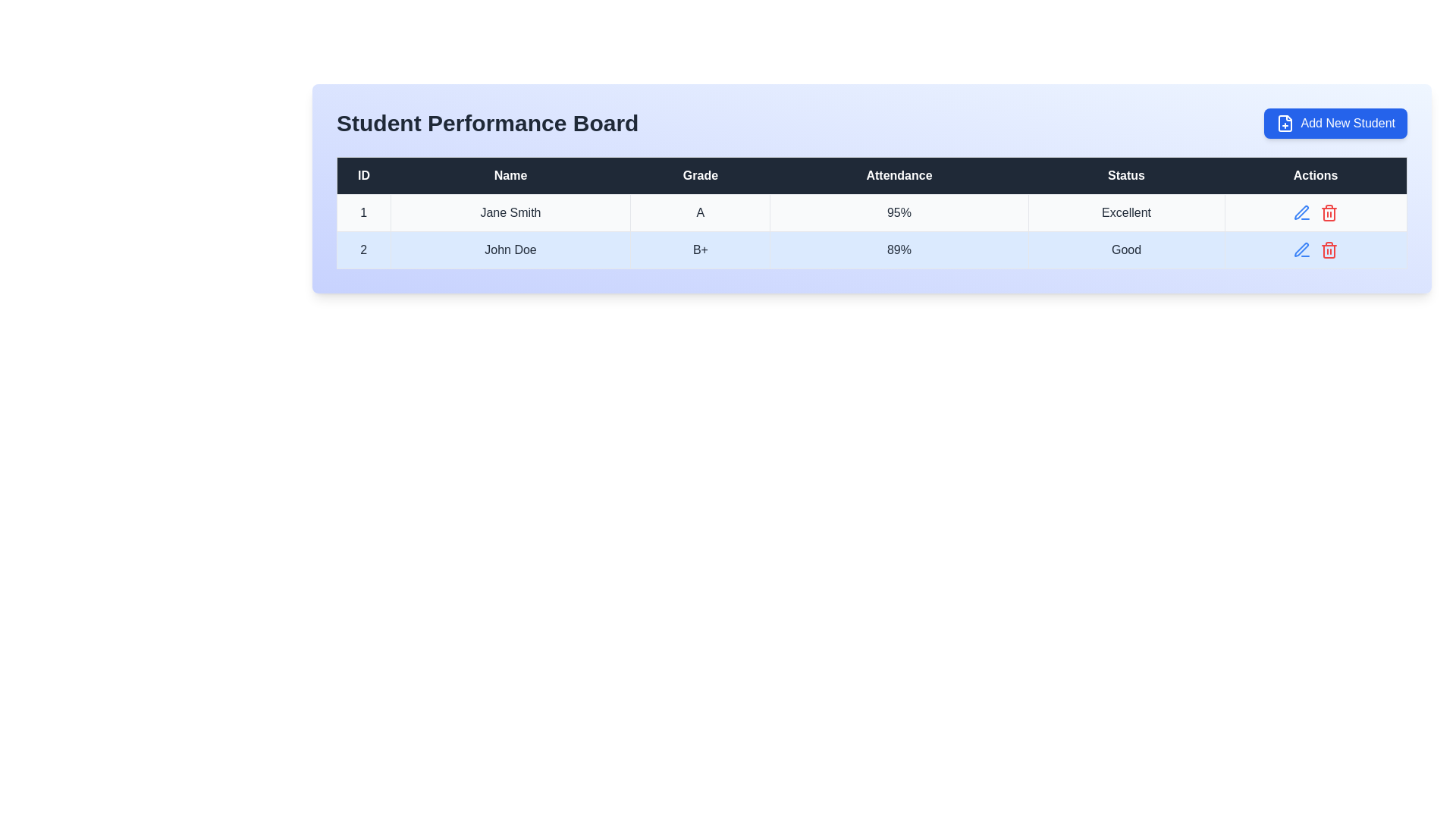 Image resolution: width=1456 pixels, height=819 pixels. Describe the element at coordinates (510, 213) in the screenshot. I see `the text element displaying 'Jane Smith' located in the 'Name' column of the table` at that location.